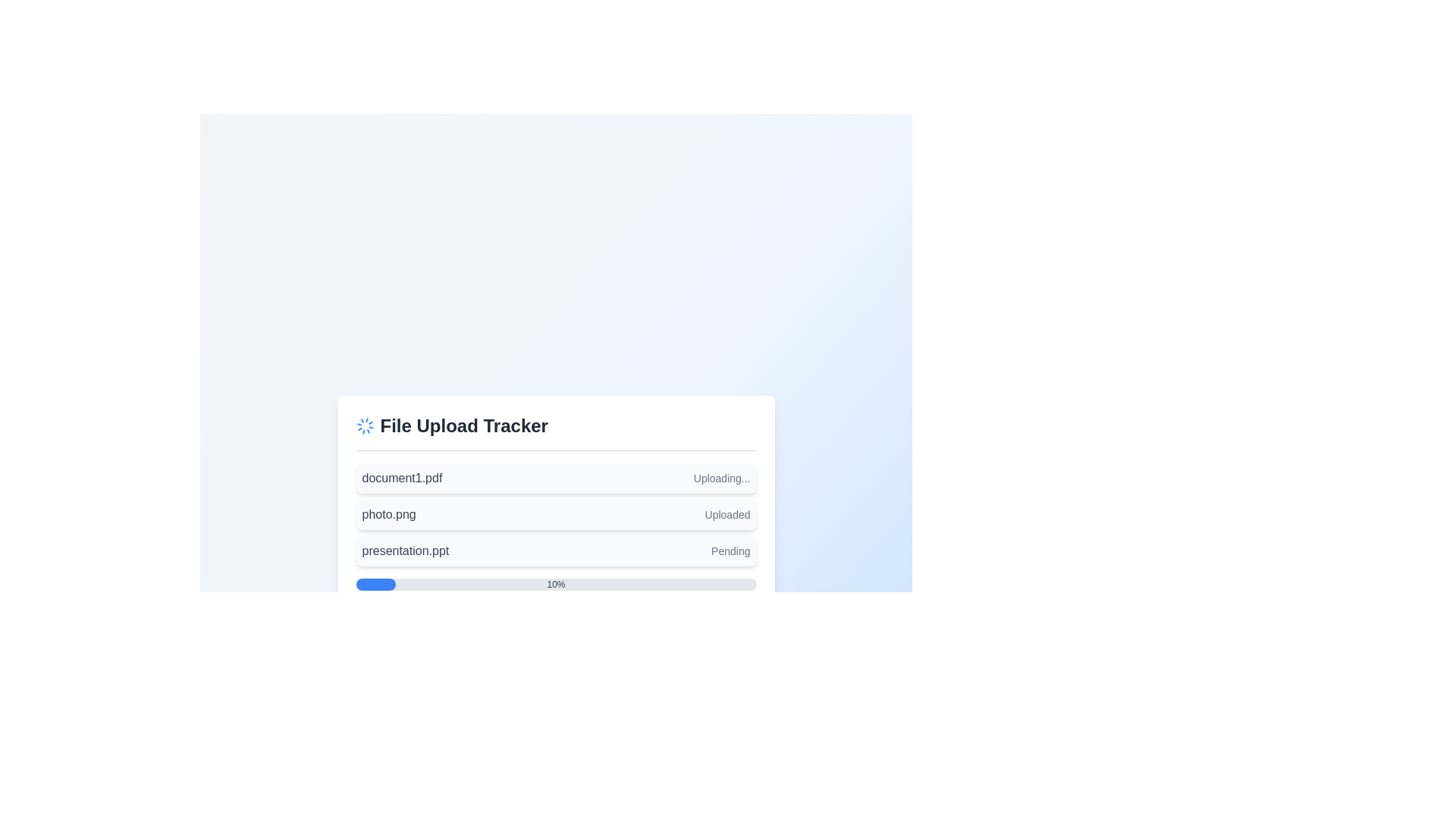 This screenshot has height=819, width=1456. What do you see at coordinates (555, 583) in the screenshot?
I see `text displayed on the progress percentage label located above the blue progress indicator of the 'File Upload Tracker' progress bar` at bounding box center [555, 583].